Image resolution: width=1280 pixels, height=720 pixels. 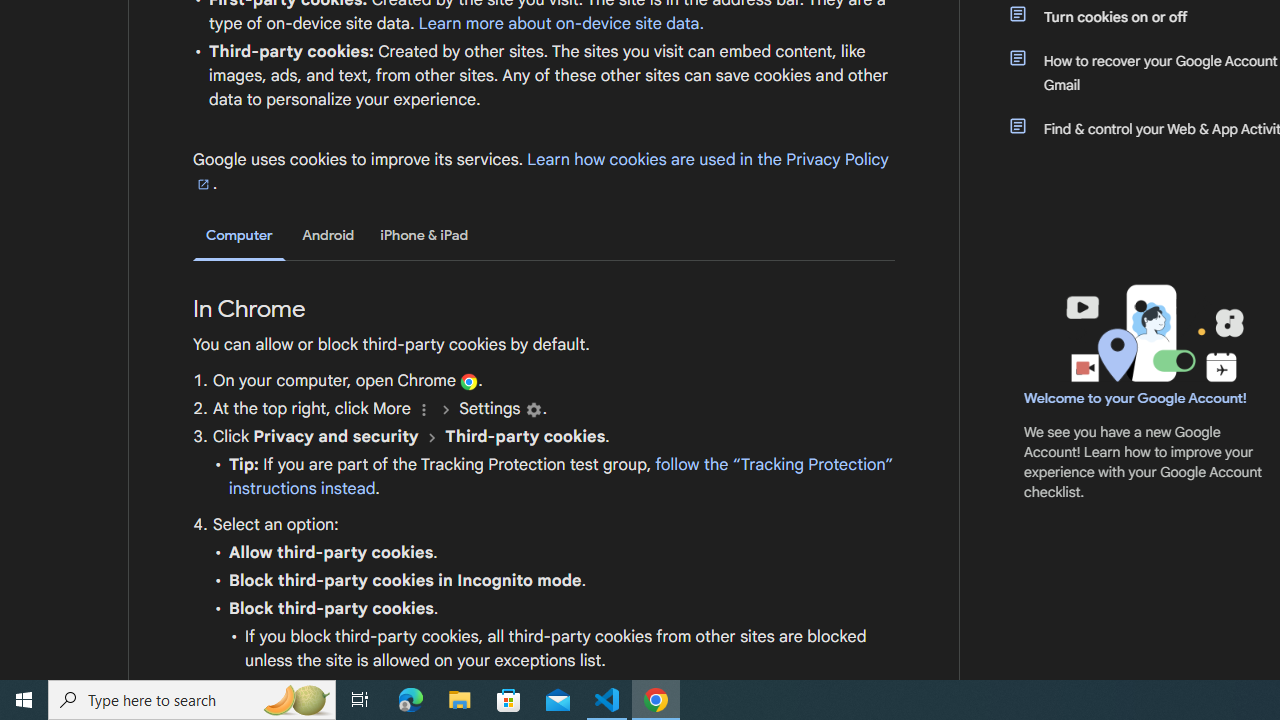 What do you see at coordinates (541, 170) in the screenshot?
I see `'Learn how cookies are used in the Privacy Policy'` at bounding box center [541, 170].